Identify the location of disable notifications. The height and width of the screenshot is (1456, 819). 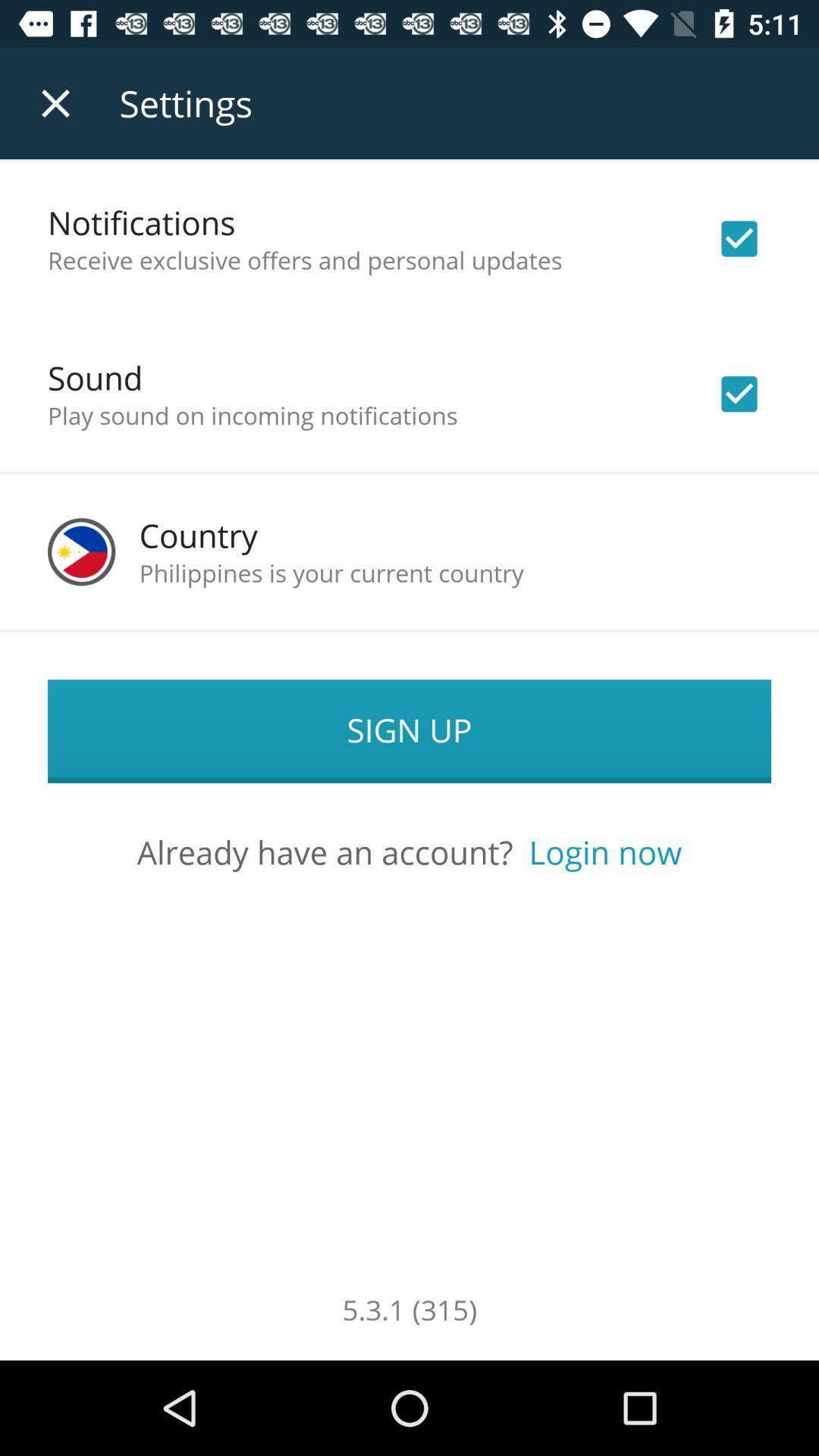
(739, 238).